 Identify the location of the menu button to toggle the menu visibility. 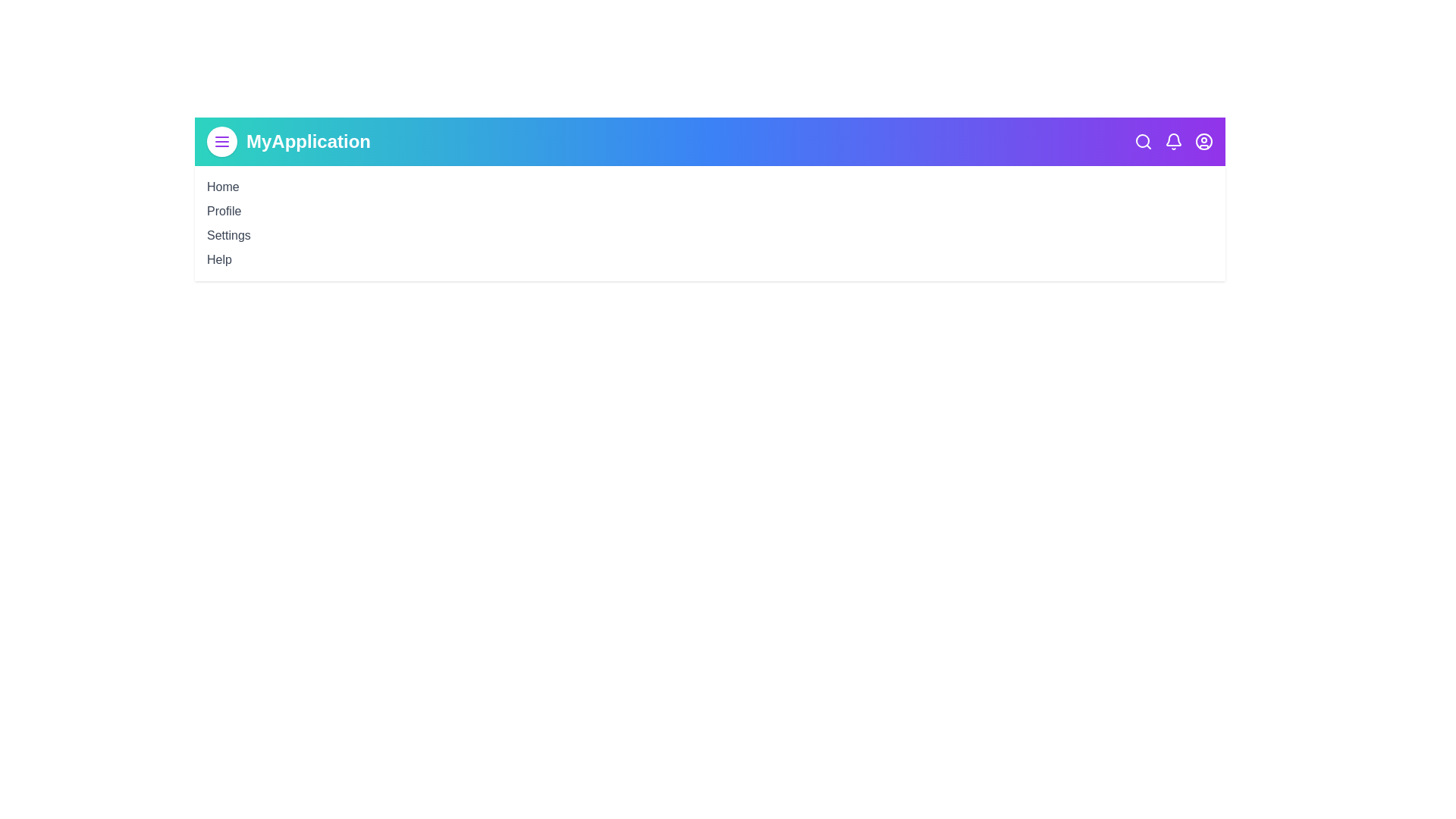
(221, 141).